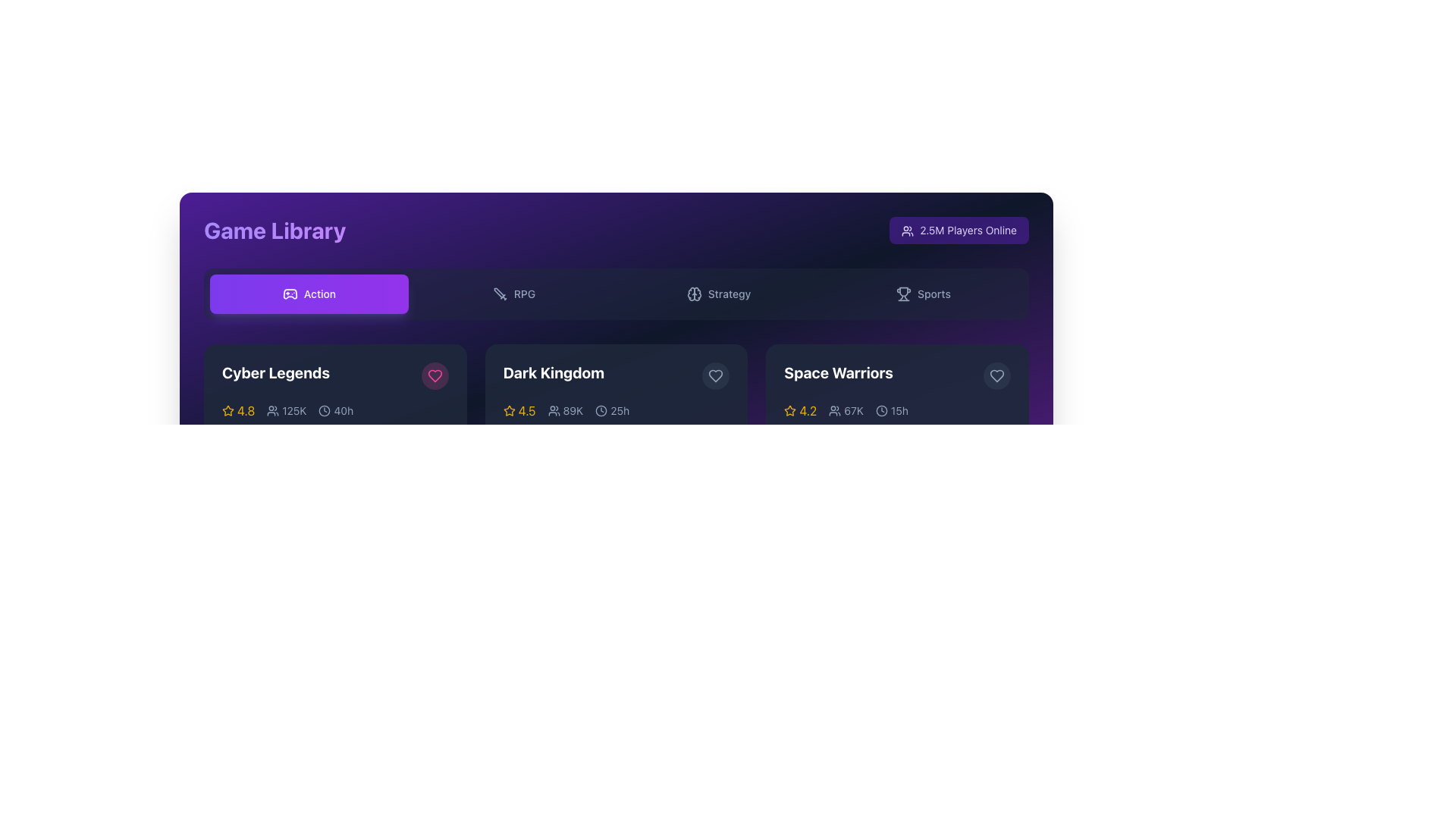 This screenshot has height=819, width=1456. What do you see at coordinates (718, 294) in the screenshot?
I see `the button labeled 'Strategy' with a brain-shaped icon, located in the center-right among the 'RPG' and 'Sports' tabs` at bounding box center [718, 294].